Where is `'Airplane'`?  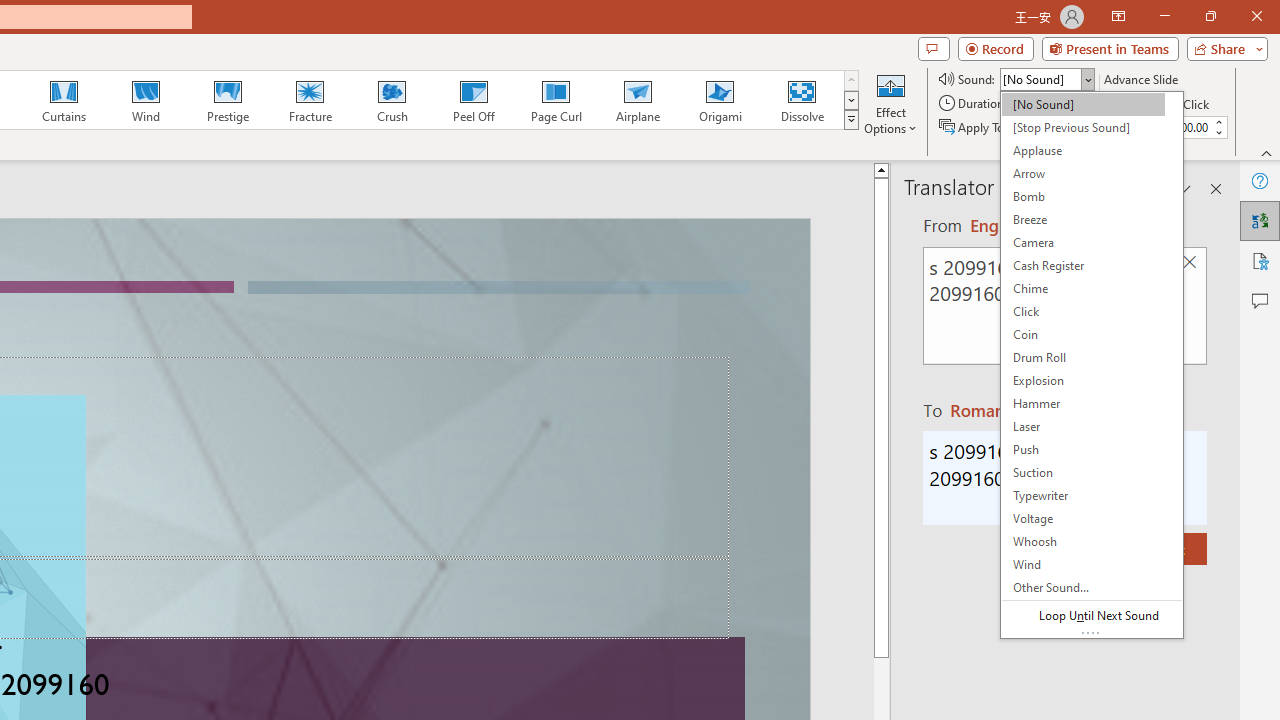 'Airplane' is located at coordinates (636, 100).